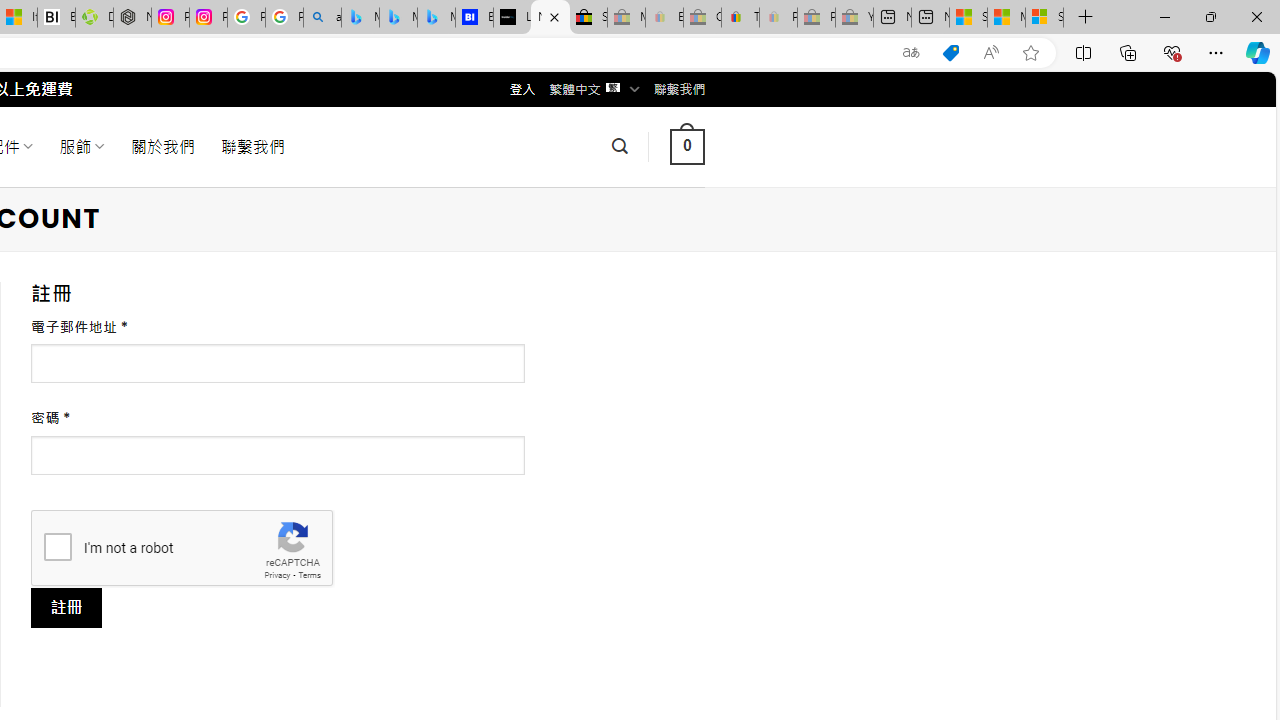  Describe the element at coordinates (131, 17) in the screenshot. I see `'Nordace - Nordace Edin Collection'` at that location.